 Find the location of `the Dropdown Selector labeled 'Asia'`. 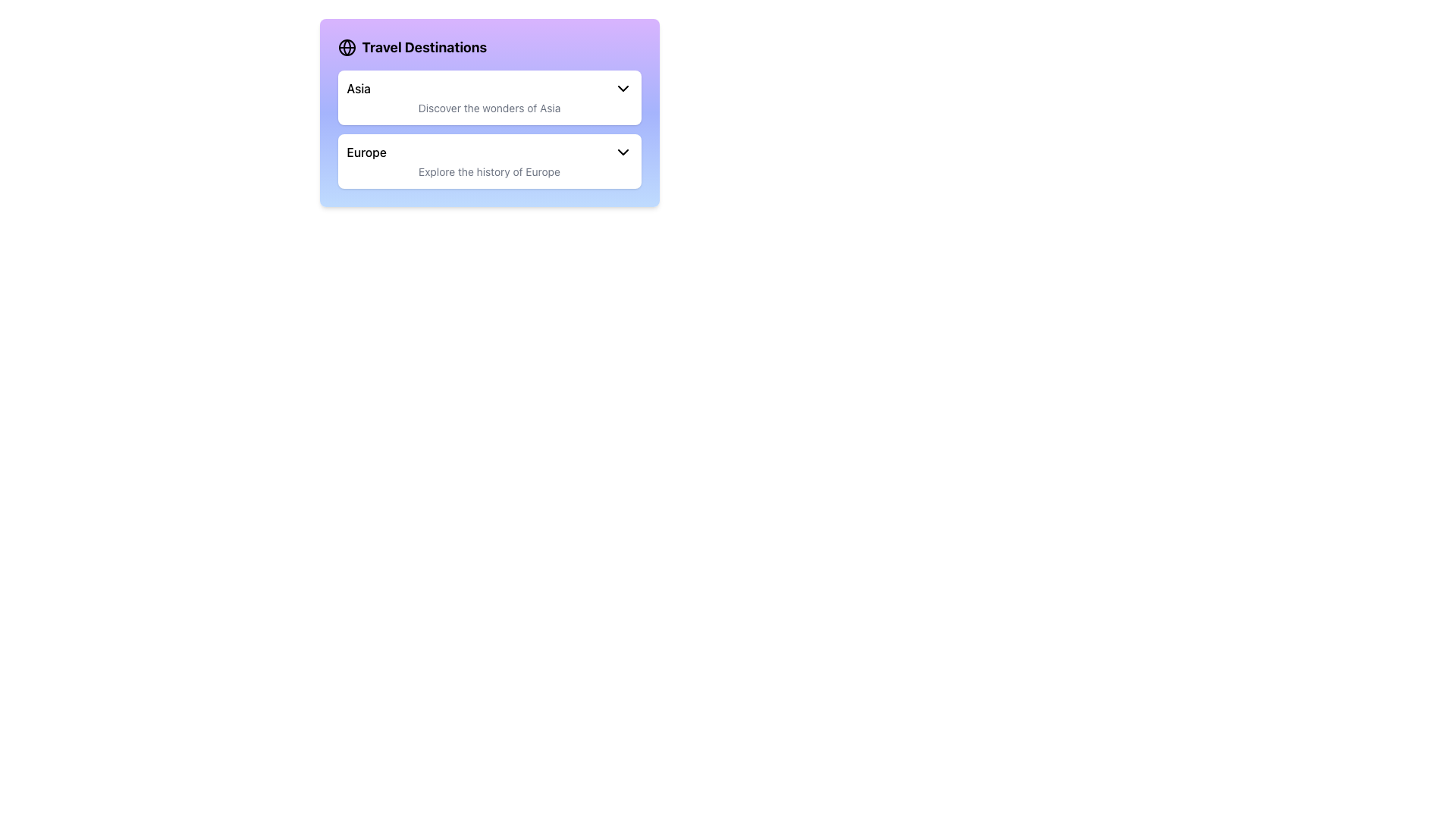

the Dropdown Selector labeled 'Asia' is located at coordinates (489, 88).